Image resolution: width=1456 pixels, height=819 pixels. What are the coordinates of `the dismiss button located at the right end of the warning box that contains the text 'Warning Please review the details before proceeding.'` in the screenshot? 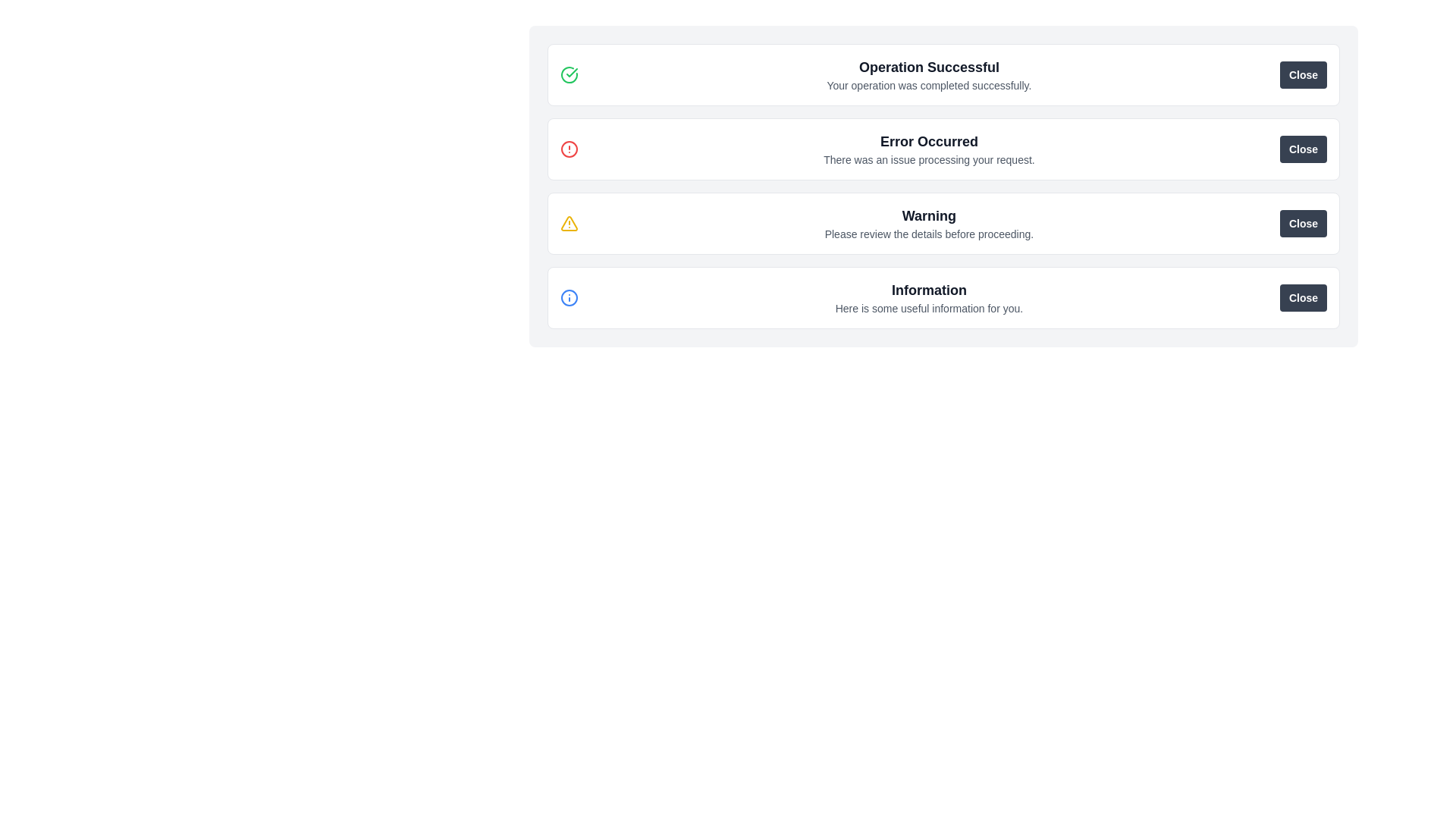 It's located at (1302, 223).